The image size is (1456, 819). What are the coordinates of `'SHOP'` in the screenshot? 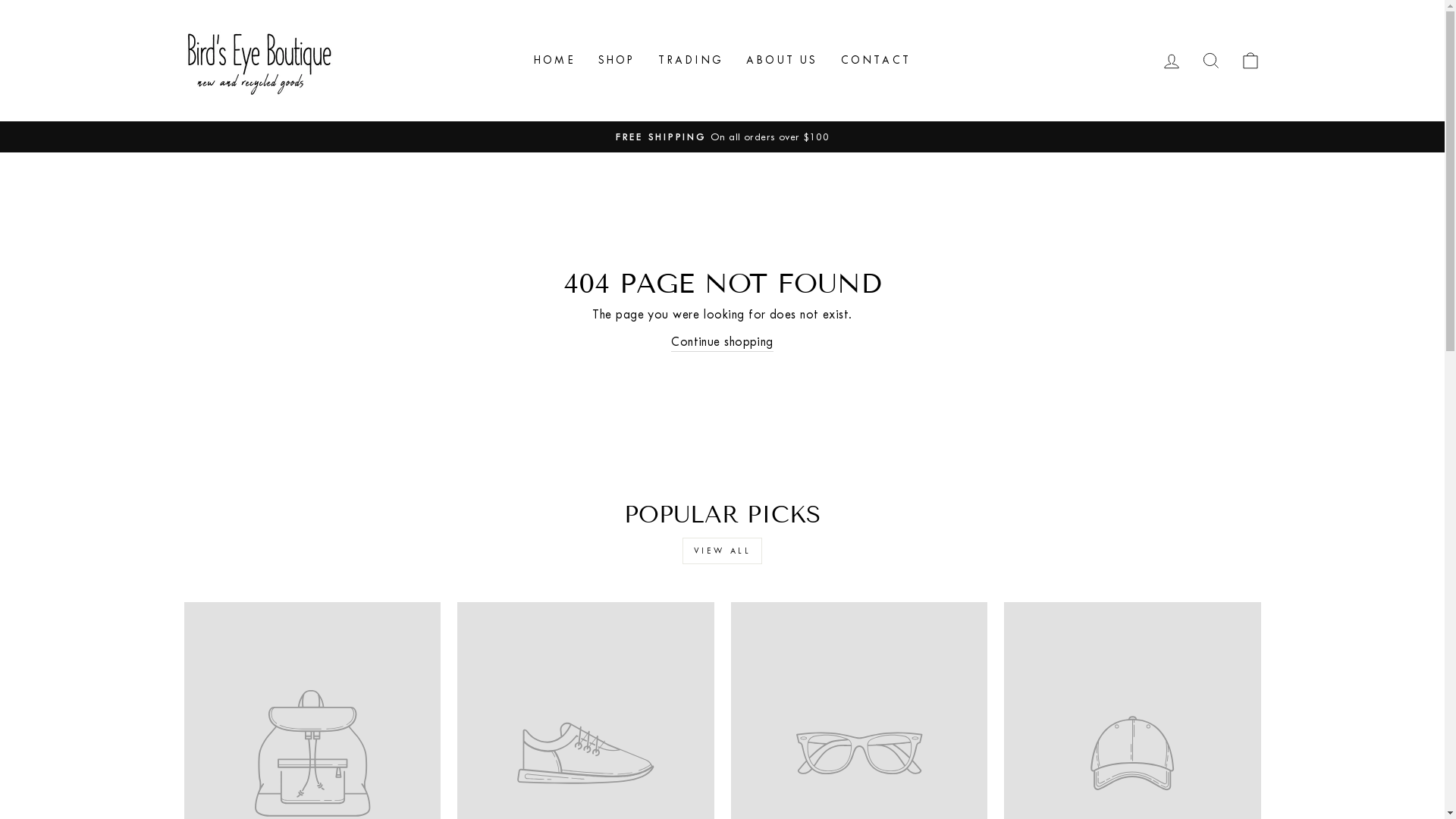 It's located at (617, 59).